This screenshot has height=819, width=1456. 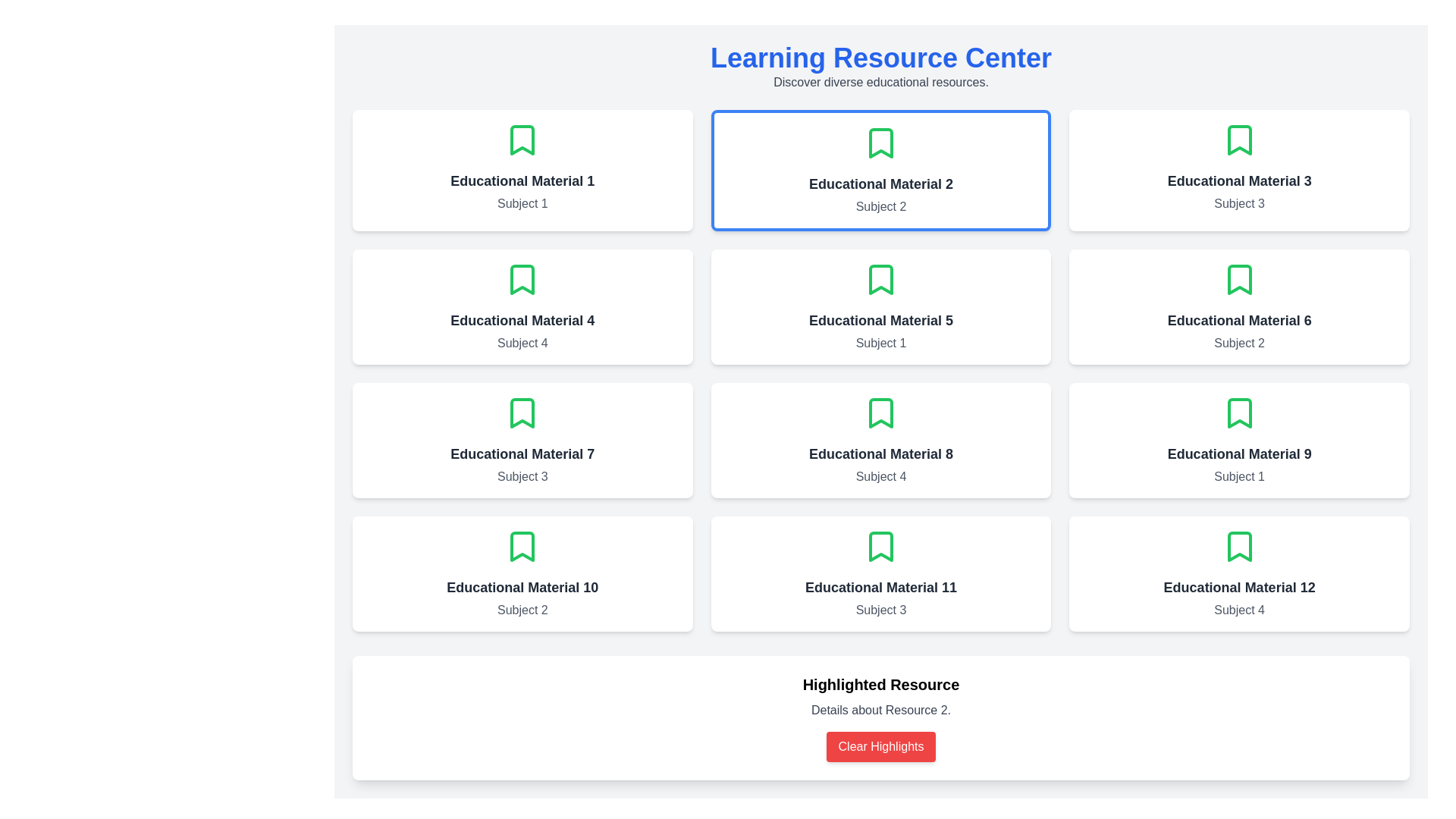 What do you see at coordinates (880, 587) in the screenshot?
I see `the text label displaying 'Educational Material 11', which is centered in the bottom row of the grid and is above 'Subject 3' and below a green bookmark icon` at bounding box center [880, 587].